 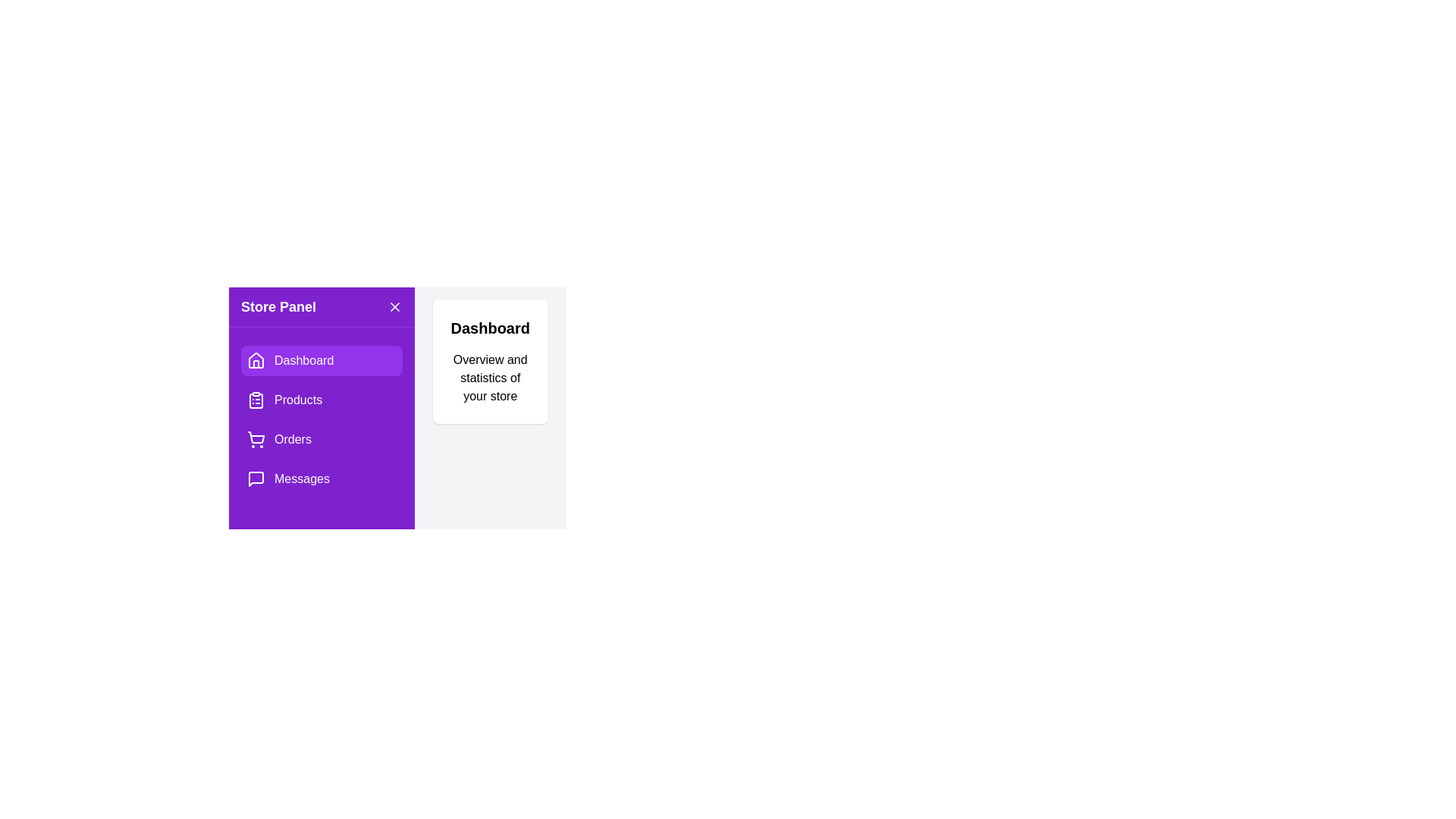 What do you see at coordinates (490, 377) in the screenshot?
I see `the text displaying 'Overview and statistics of your store' for reading` at bounding box center [490, 377].